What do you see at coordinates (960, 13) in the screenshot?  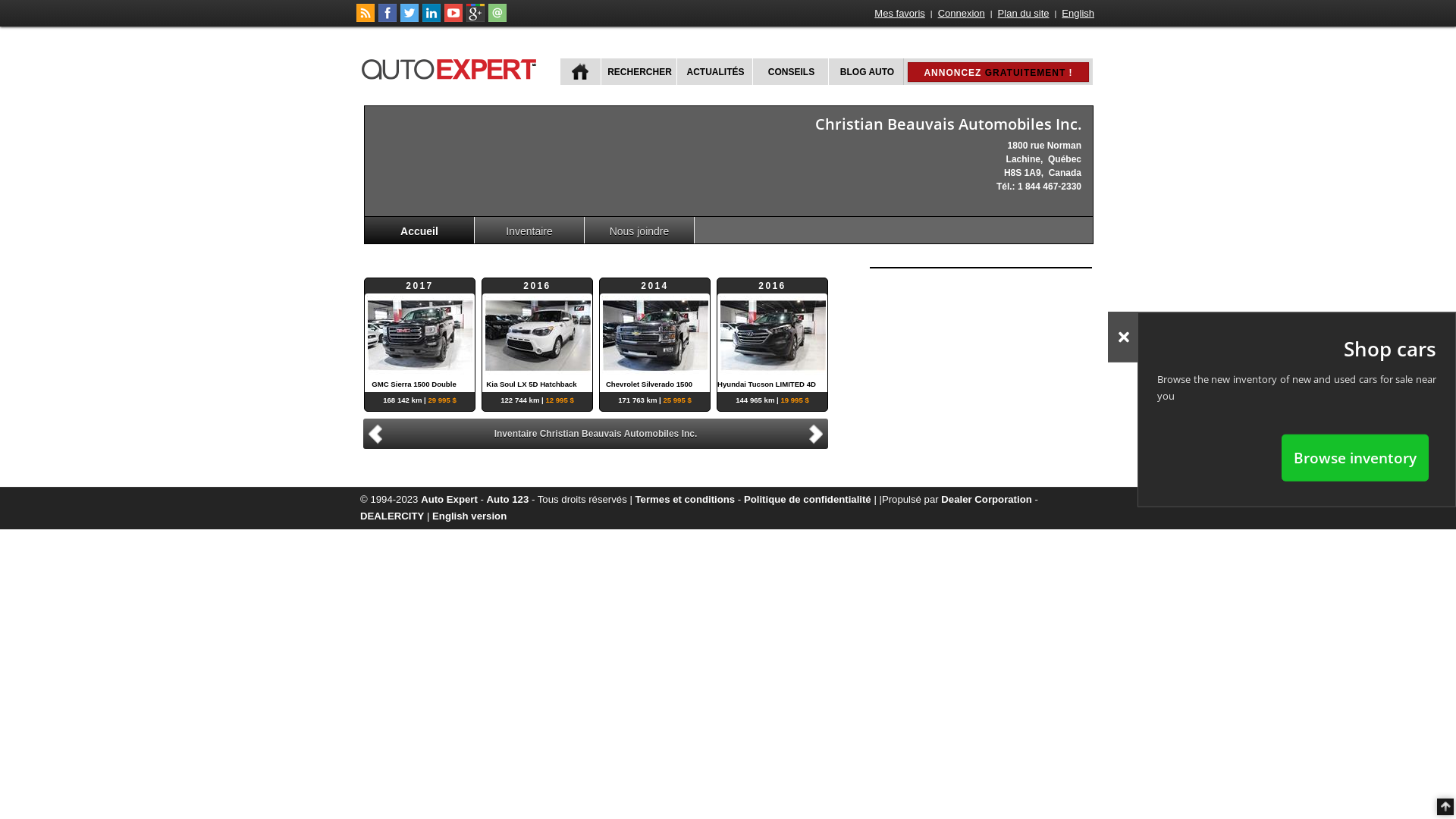 I see `'Connexion'` at bounding box center [960, 13].